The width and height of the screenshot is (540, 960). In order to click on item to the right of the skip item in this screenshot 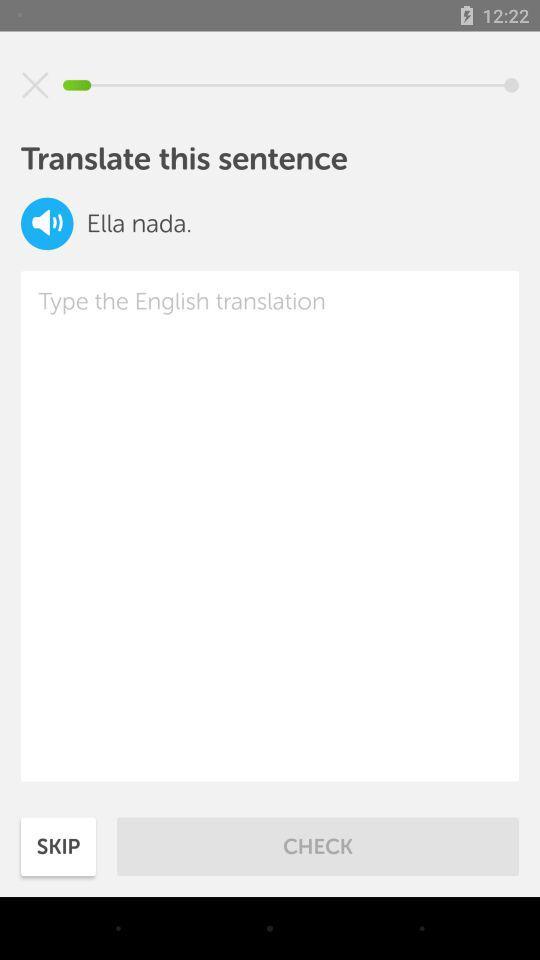, I will do `click(318, 845)`.